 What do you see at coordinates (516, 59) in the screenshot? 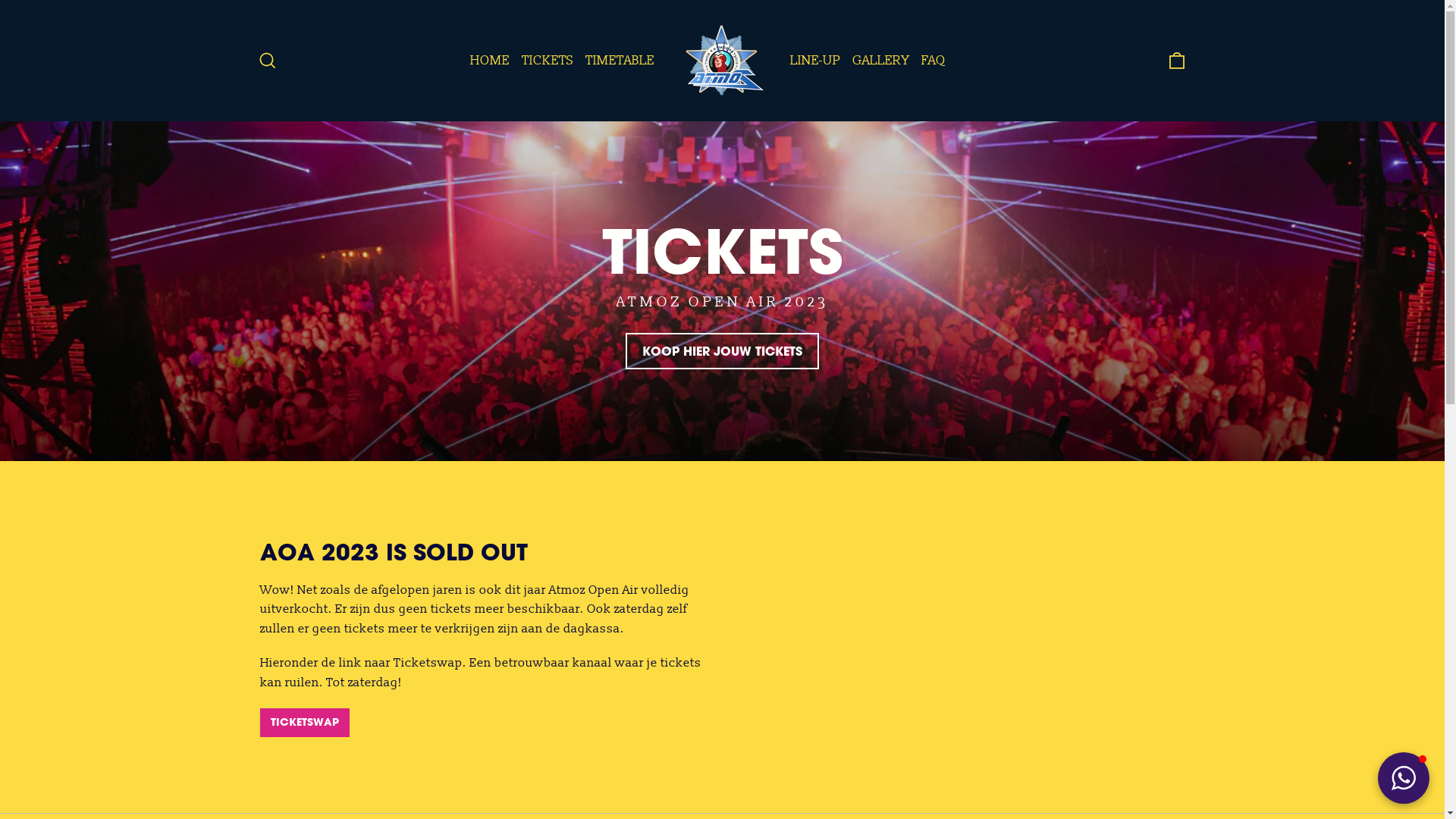
I see `'TICKETS'` at bounding box center [516, 59].